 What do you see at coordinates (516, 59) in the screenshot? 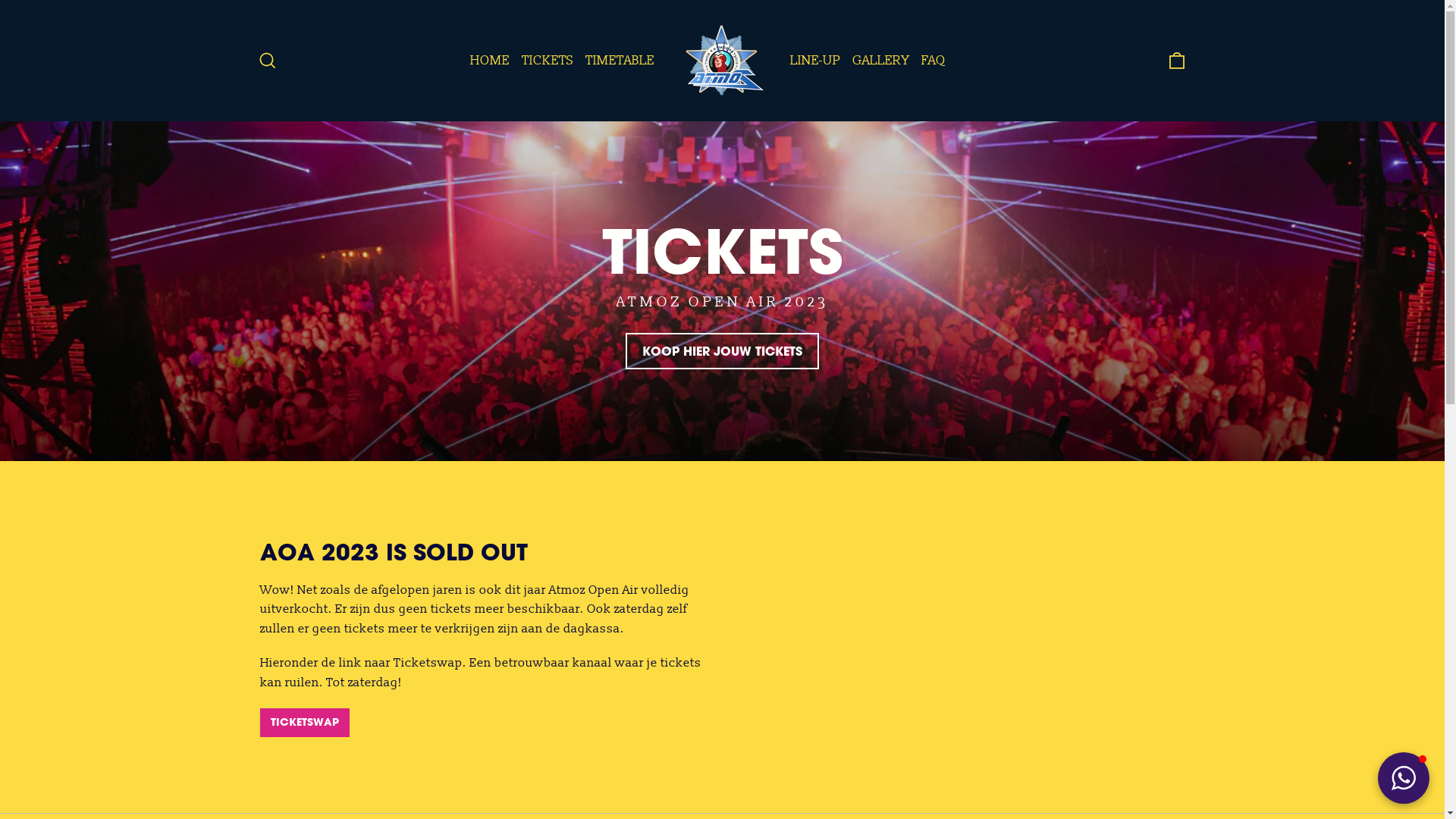
I see `'TICKETS'` at bounding box center [516, 59].